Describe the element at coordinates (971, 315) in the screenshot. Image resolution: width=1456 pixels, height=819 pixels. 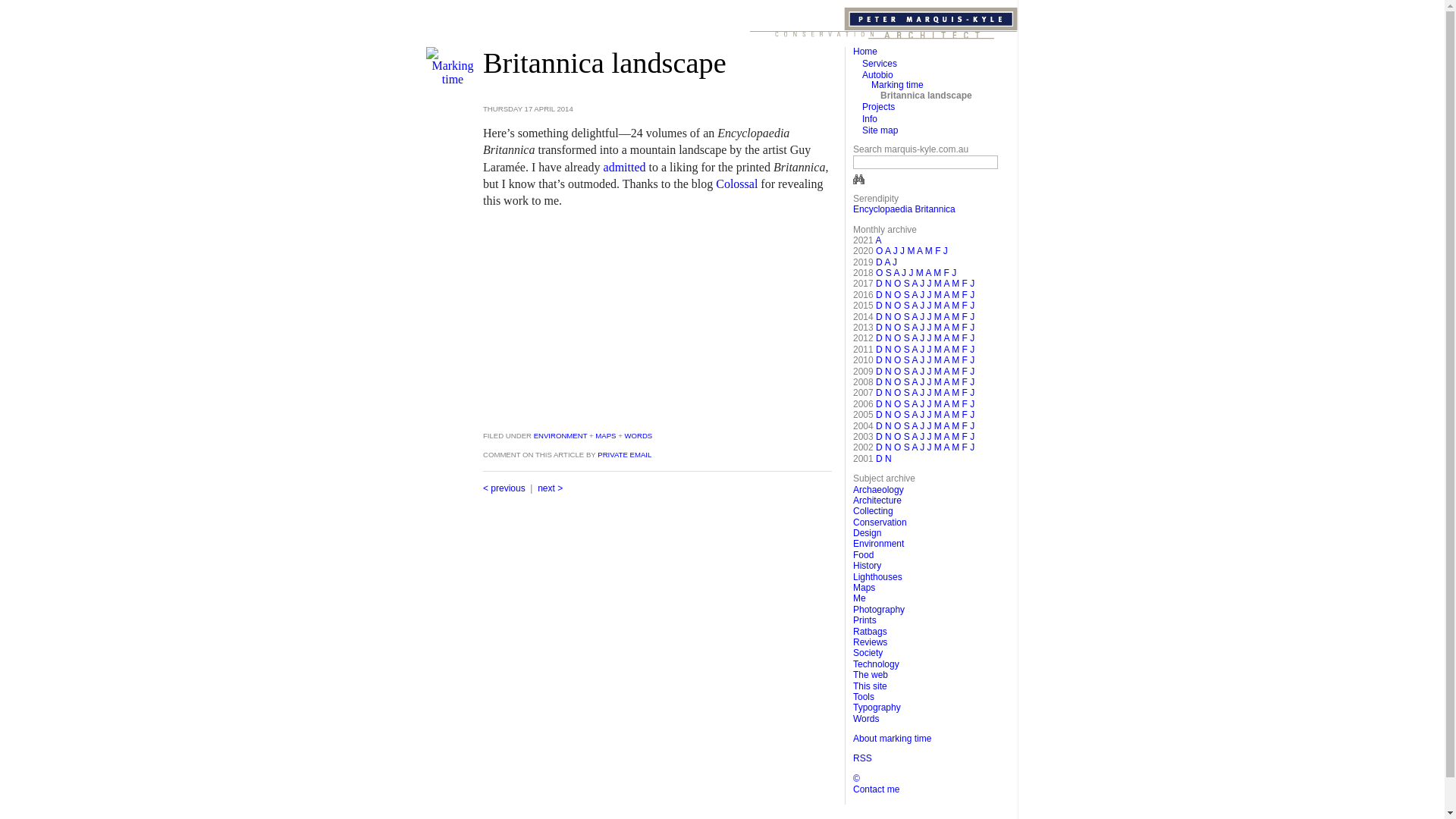
I see `'J'` at that location.